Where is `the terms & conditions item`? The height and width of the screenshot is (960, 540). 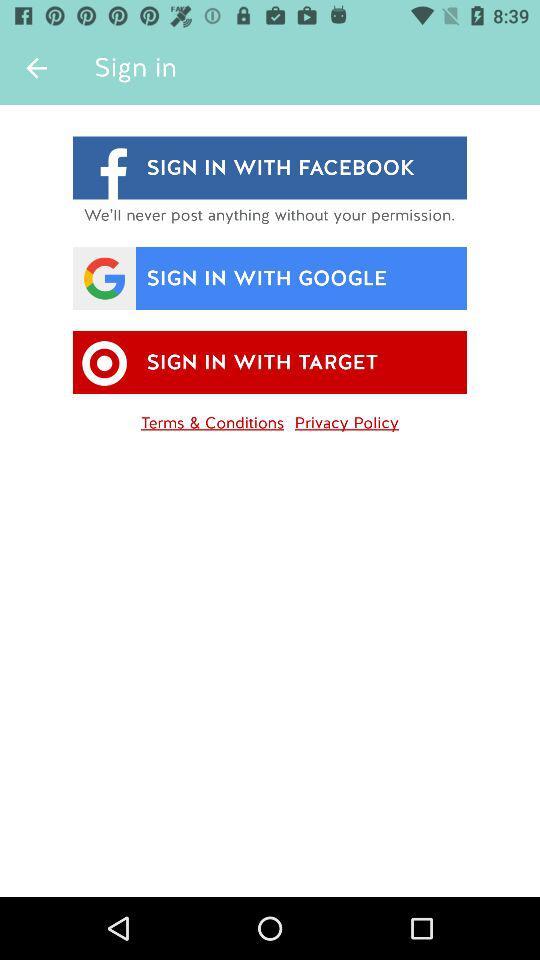 the terms & conditions item is located at coordinates (211, 418).